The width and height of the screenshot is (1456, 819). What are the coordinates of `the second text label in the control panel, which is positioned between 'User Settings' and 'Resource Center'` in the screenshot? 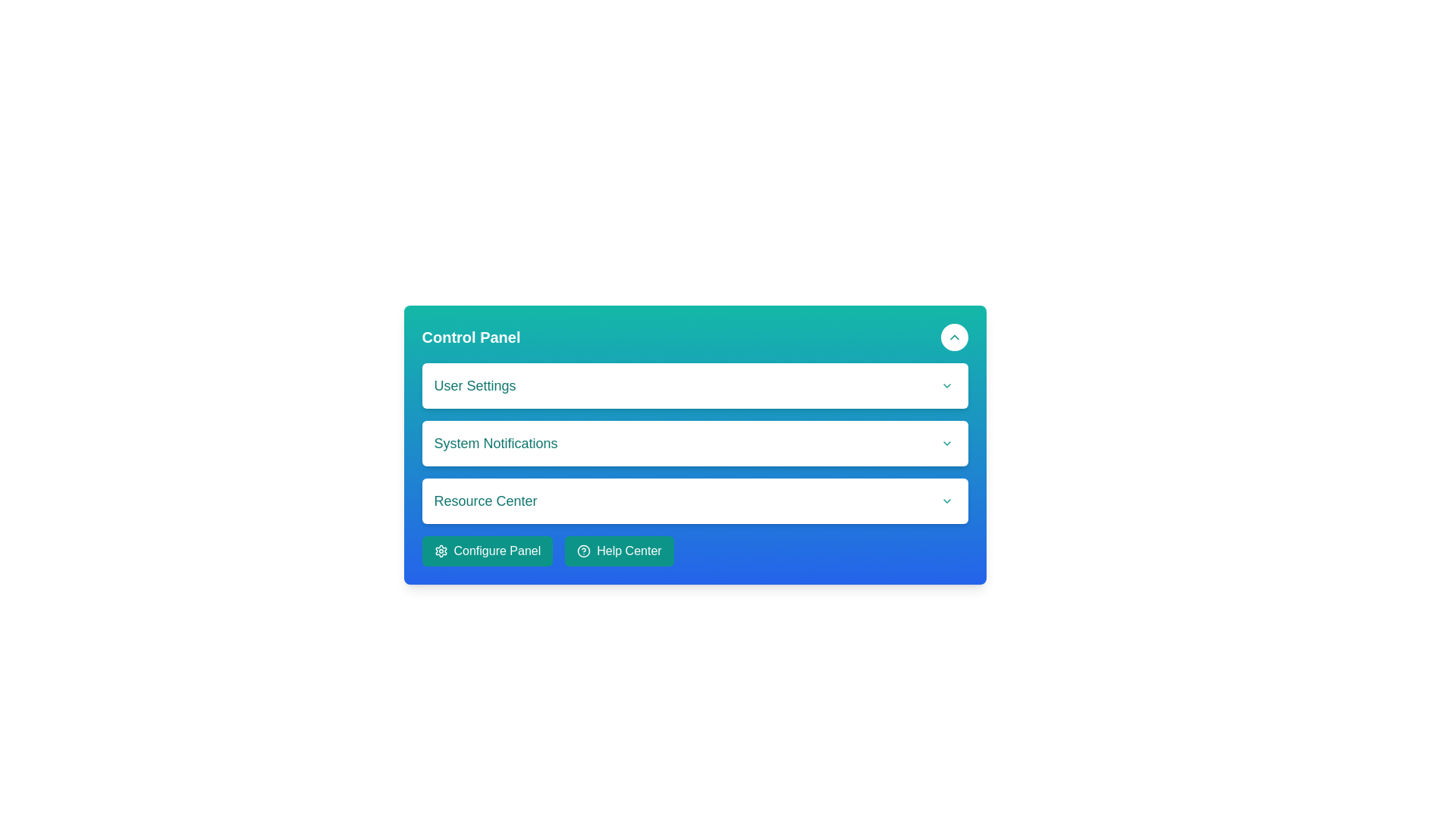 It's located at (495, 444).